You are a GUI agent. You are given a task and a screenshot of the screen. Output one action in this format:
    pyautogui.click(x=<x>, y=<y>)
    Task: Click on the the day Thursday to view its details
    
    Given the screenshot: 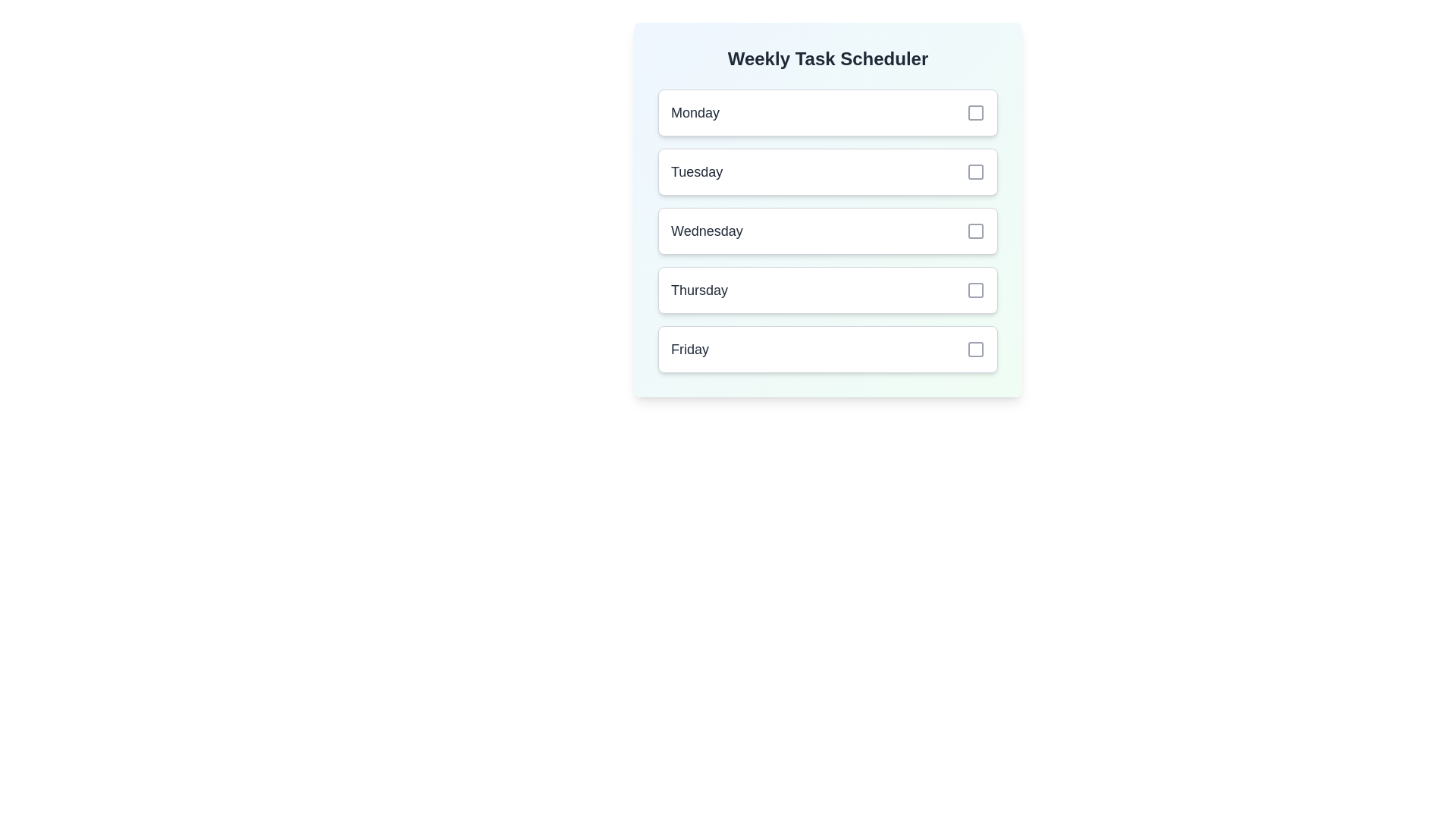 What is the action you would take?
    pyautogui.click(x=827, y=290)
    